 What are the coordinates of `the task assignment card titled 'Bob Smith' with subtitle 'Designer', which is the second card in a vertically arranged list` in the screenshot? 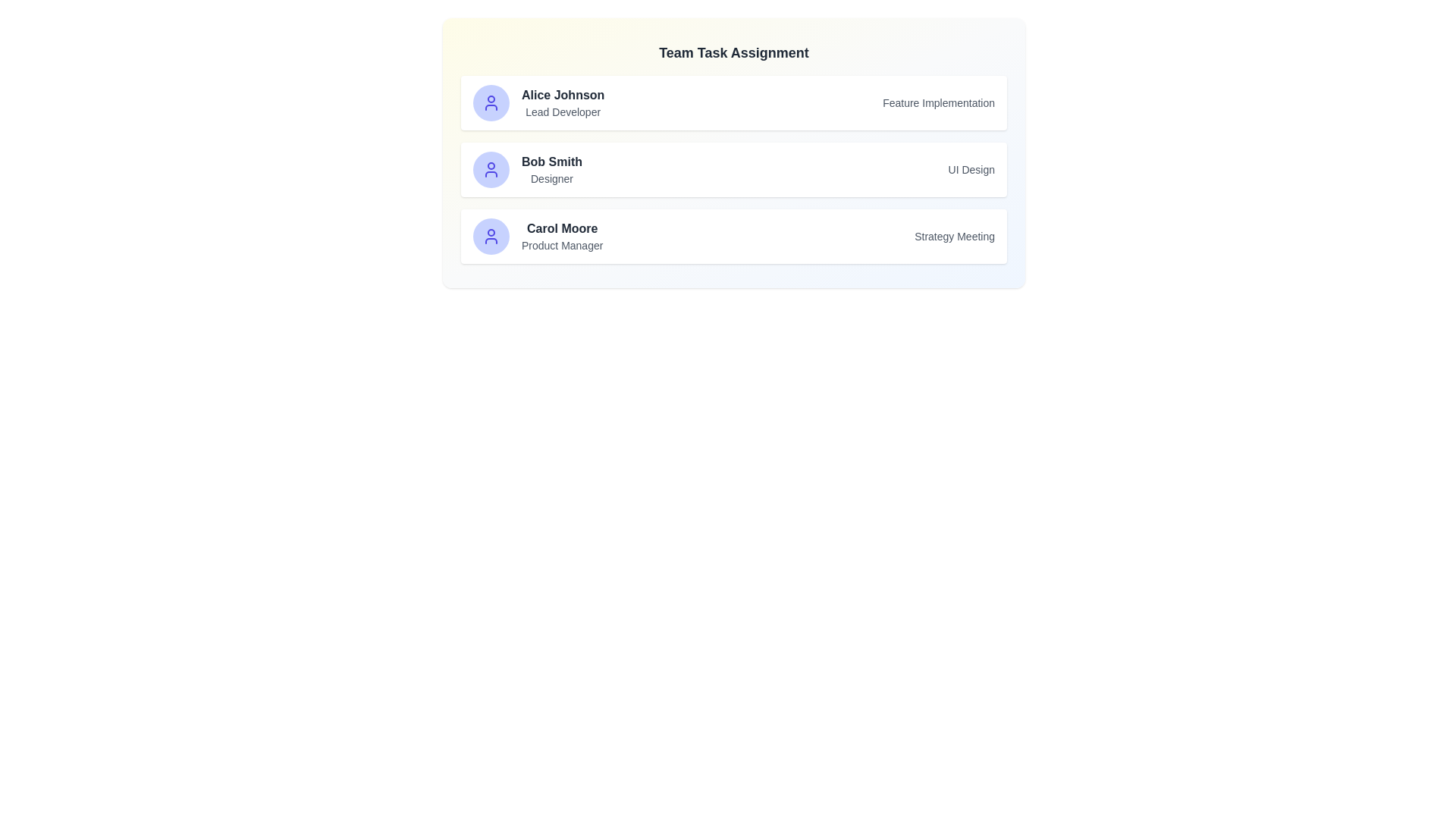 It's located at (734, 152).